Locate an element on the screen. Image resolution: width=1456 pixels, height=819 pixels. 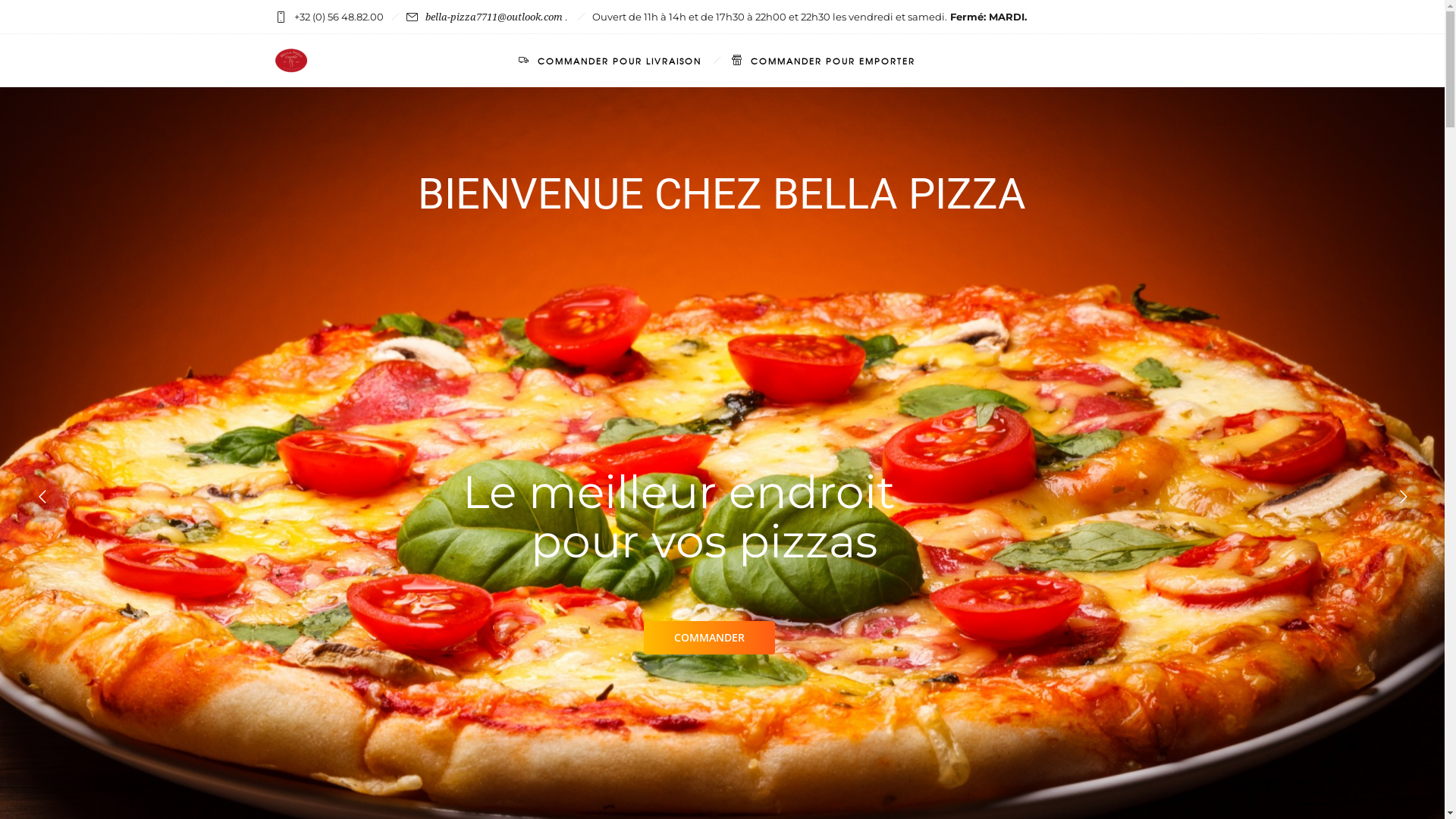
'COMMANDER POUR LIVRAISON' is located at coordinates (610, 60).